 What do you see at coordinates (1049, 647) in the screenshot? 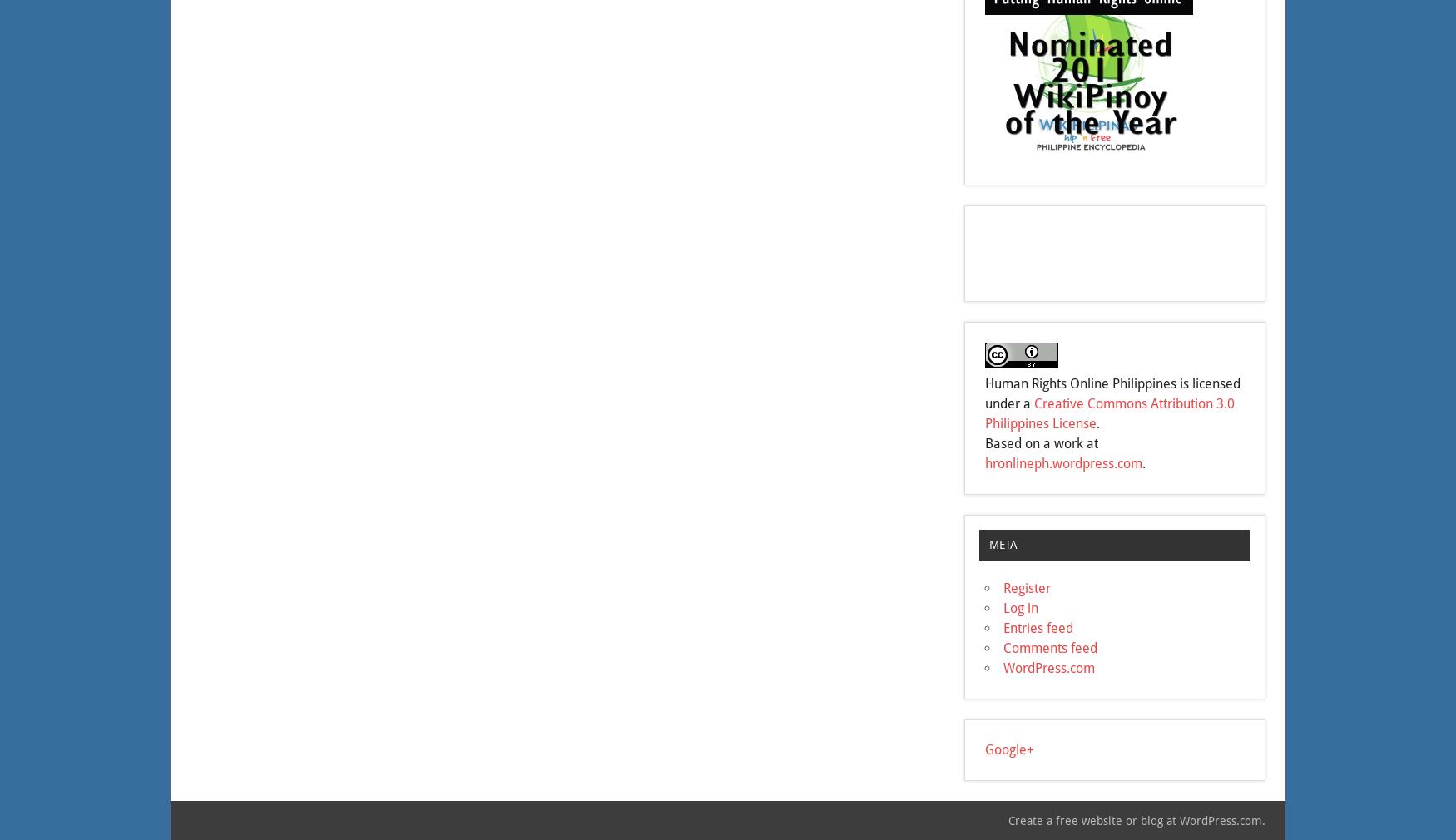
I see `'Comments feed'` at bounding box center [1049, 647].